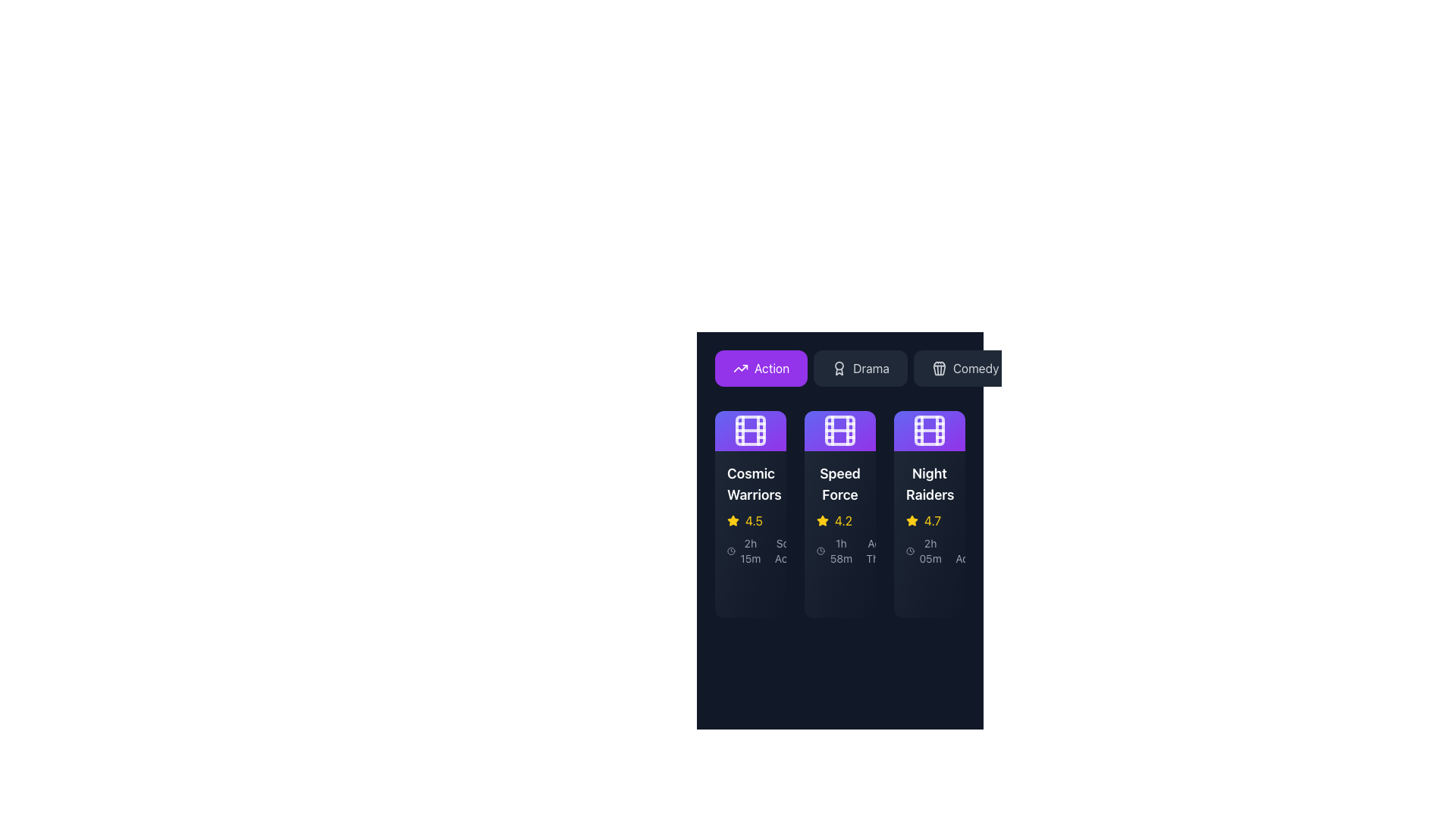 This screenshot has height=819, width=1456. I want to click on the Decorative media thumbnail or icon, which is the first item in the row beneath the 'Action', 'Drama', and 'Comedy' tabs, part of the 'Cosmic Warriors' card, so click(750, 430).